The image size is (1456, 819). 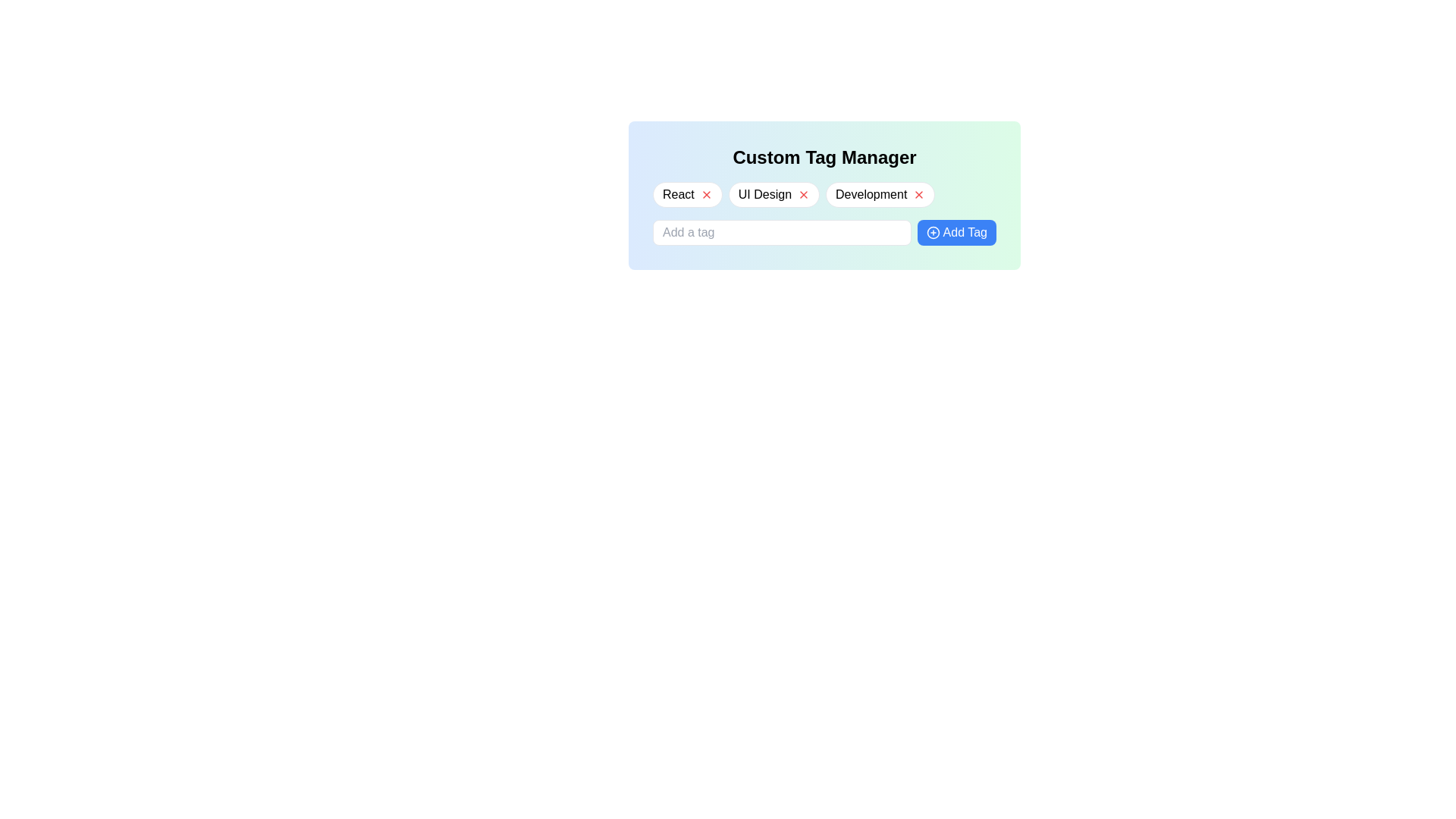 What do you see at coordinates (677, 194) in the screenshot?
I see `the text label representing the tag 'React' in the first tag pill of the tag bar under 'Custom Tag Manager'` at bounding box center [677, 194].